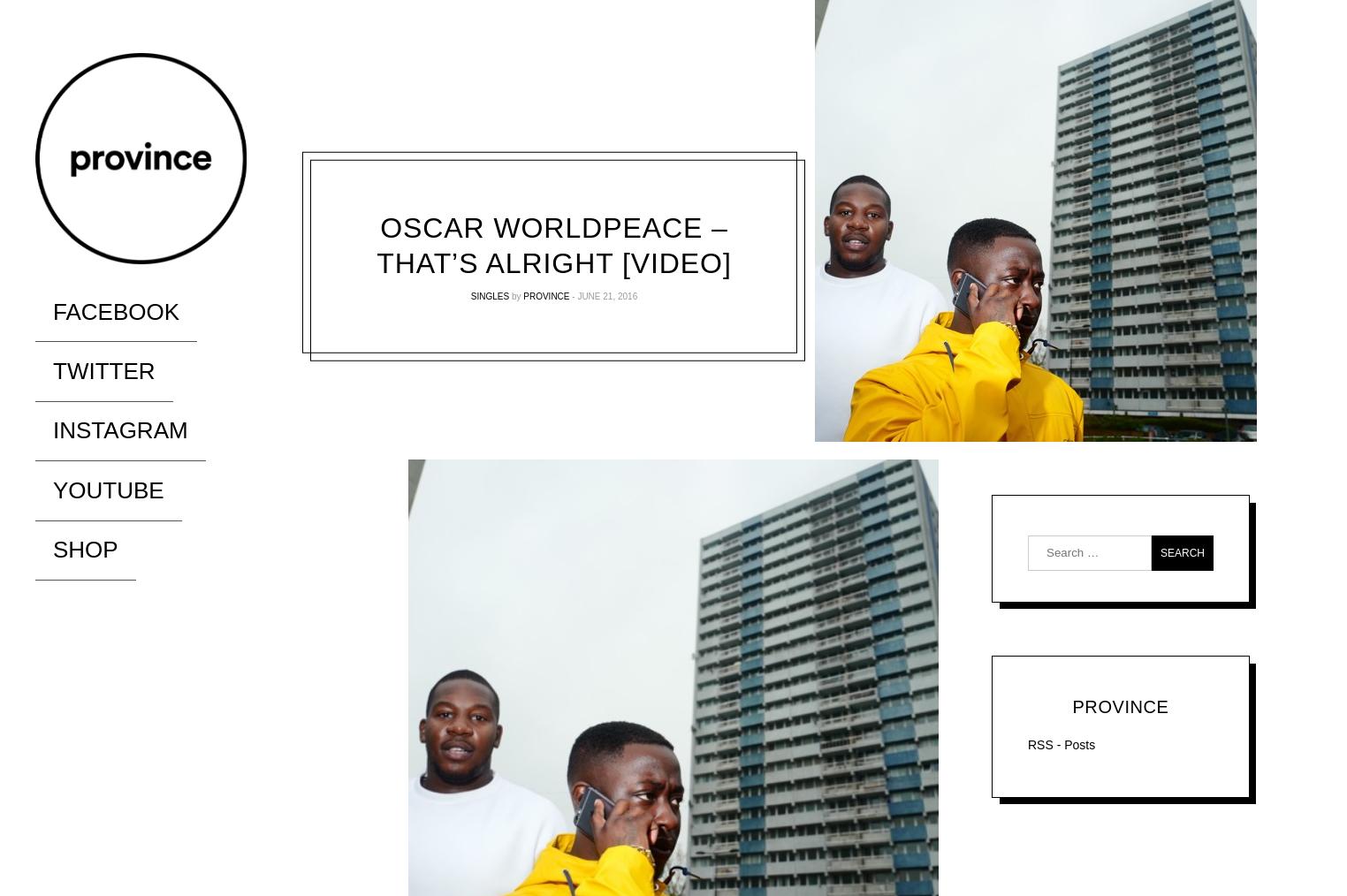 The width and height of the screenshot is (1347, 896). What do you see at coordinates (606, 295) in the screenshot?
I see `'June 21, 2016'` at bounding box center [606, 295].